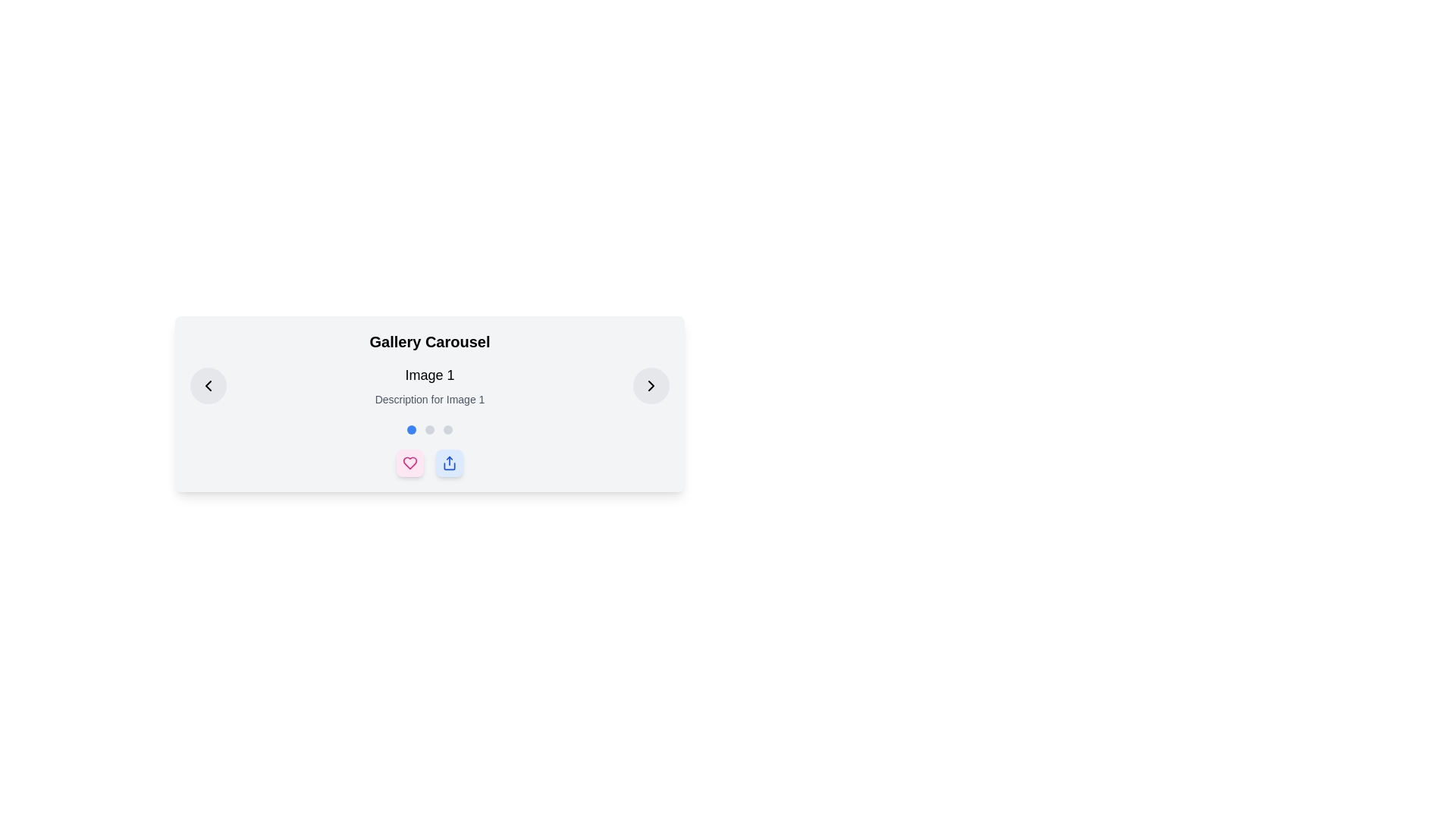 The image size is (1456, 819). Describe the element at coordinates (449, 462) in the screenshot. I see `the 'Share' button, which is the second icon in a horizontal pair of buttons located below the pagination indicators in the card layout, positioned to the right of a heart icon` at that location.